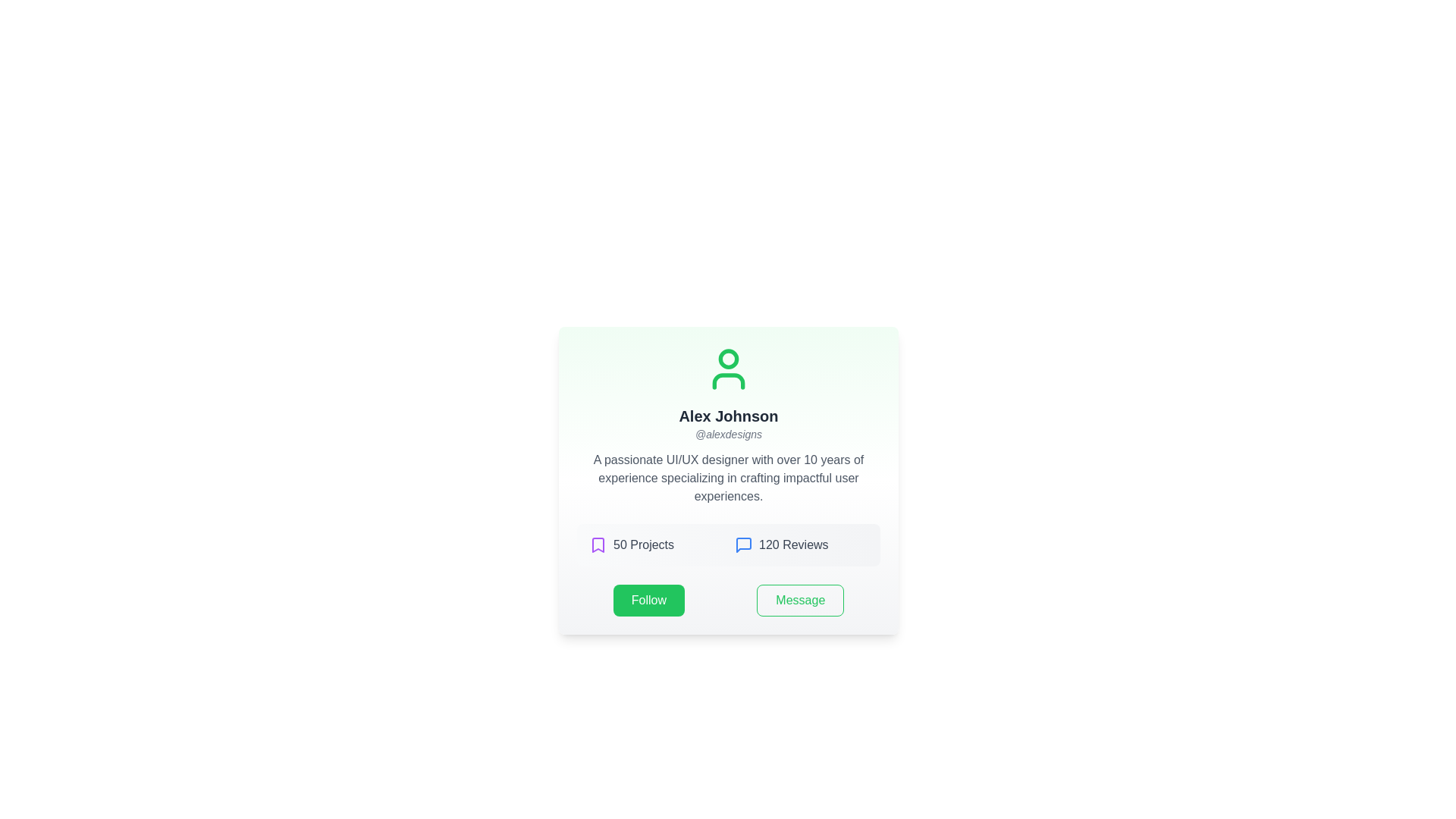 This screenshot has width=1456, height=819. Describe the element at coordinates (728, 359) in the screenshot. I see `the green circular icon representing the user profile image located at the top-center of the interface above the text 'Alex Johnson'` at that location.